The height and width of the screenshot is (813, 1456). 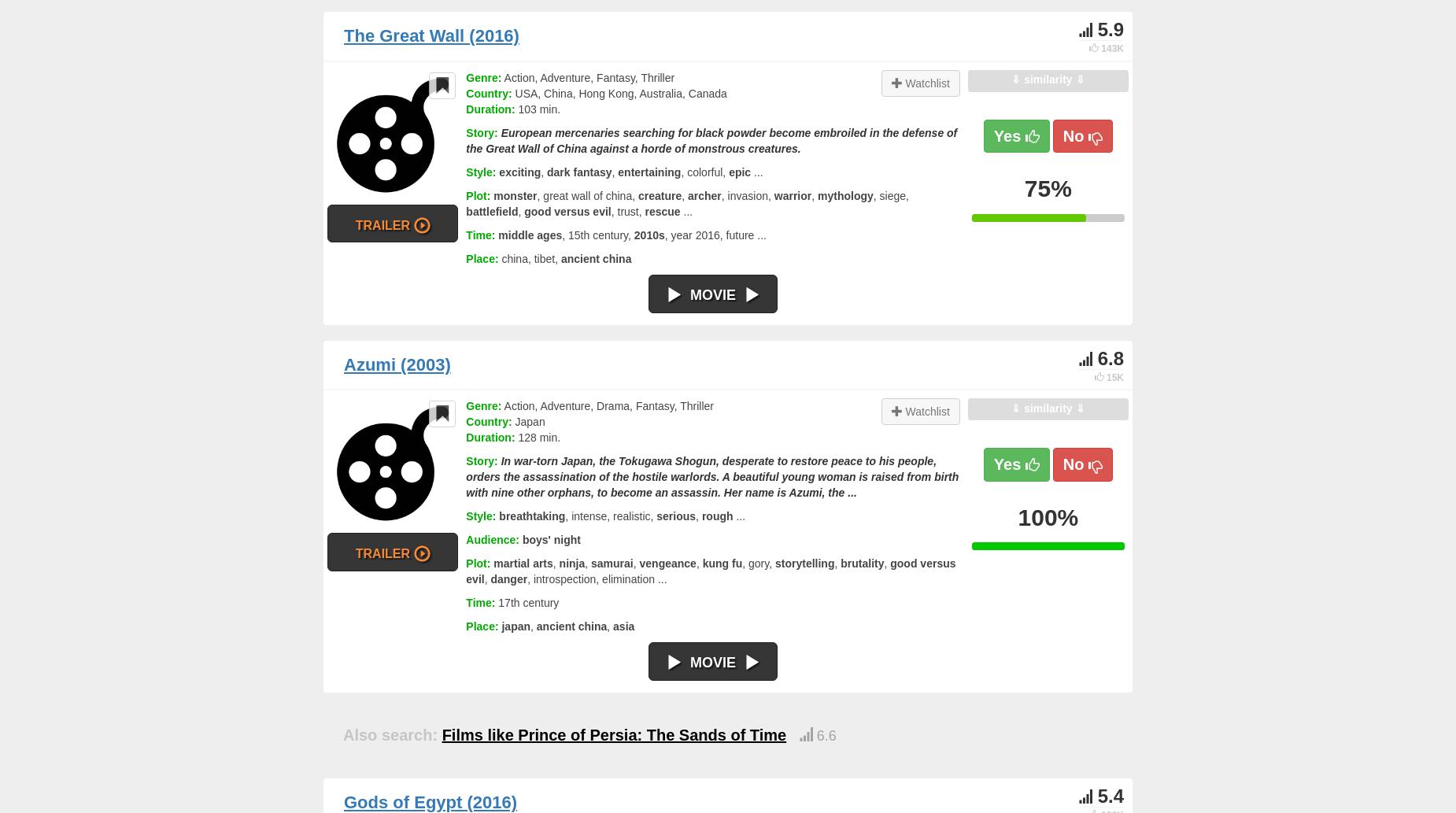 What do you see at coordinates (1096, 29) in the screenshot?
I see `'5.9'` at bounding box center [1096, 29].